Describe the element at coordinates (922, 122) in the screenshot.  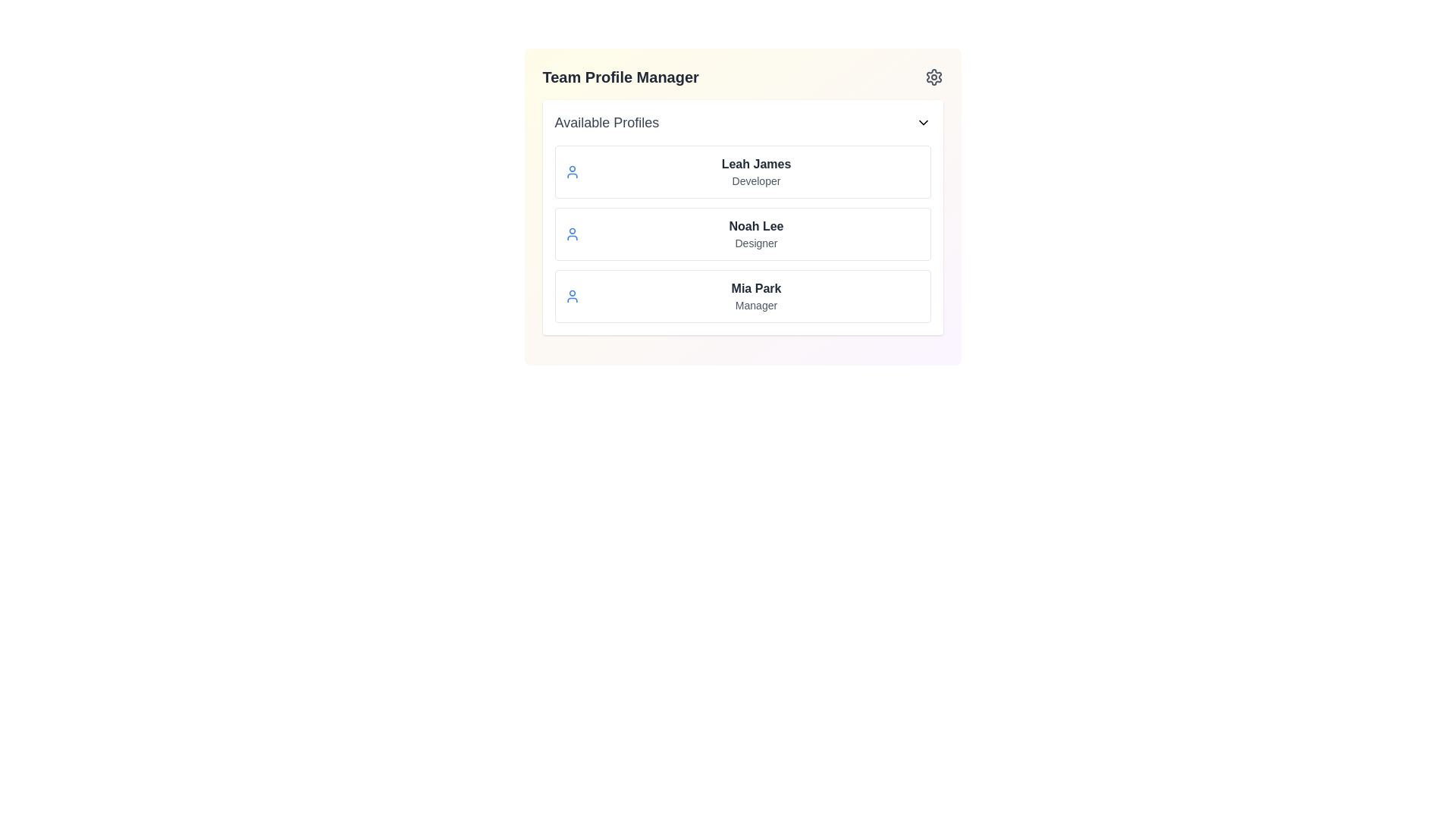
I see `the downward-facing arrow icon located at the top-right corner of the 'Available Profiles' section` at that location.